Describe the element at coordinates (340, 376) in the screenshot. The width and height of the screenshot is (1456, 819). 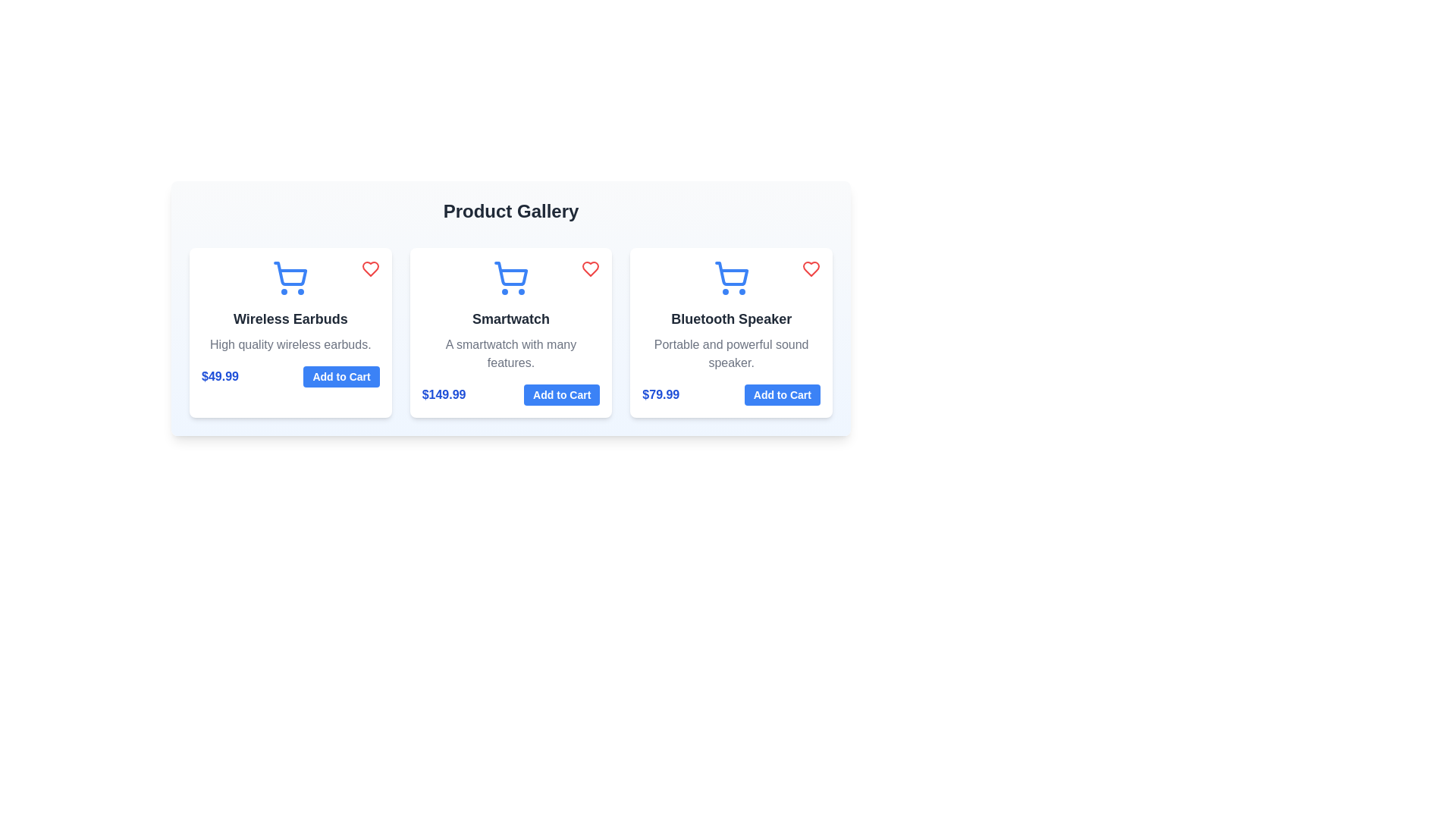
I see `'Add to Cart' button for the product Wireless Earbuds` at that location.